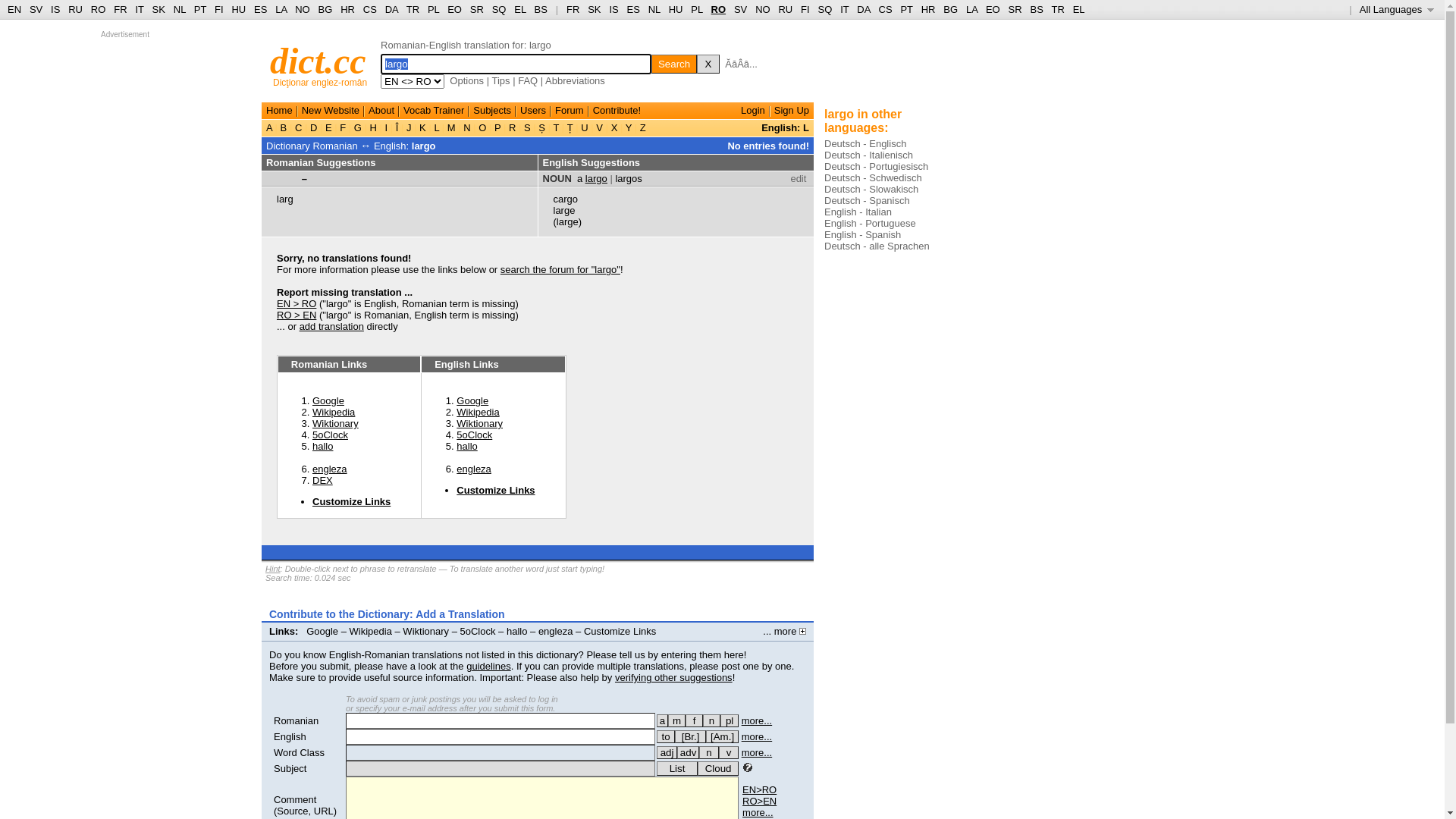 The width and height of the screenshot is (1456, 819). I want to click on 'B', so click(284, 127).